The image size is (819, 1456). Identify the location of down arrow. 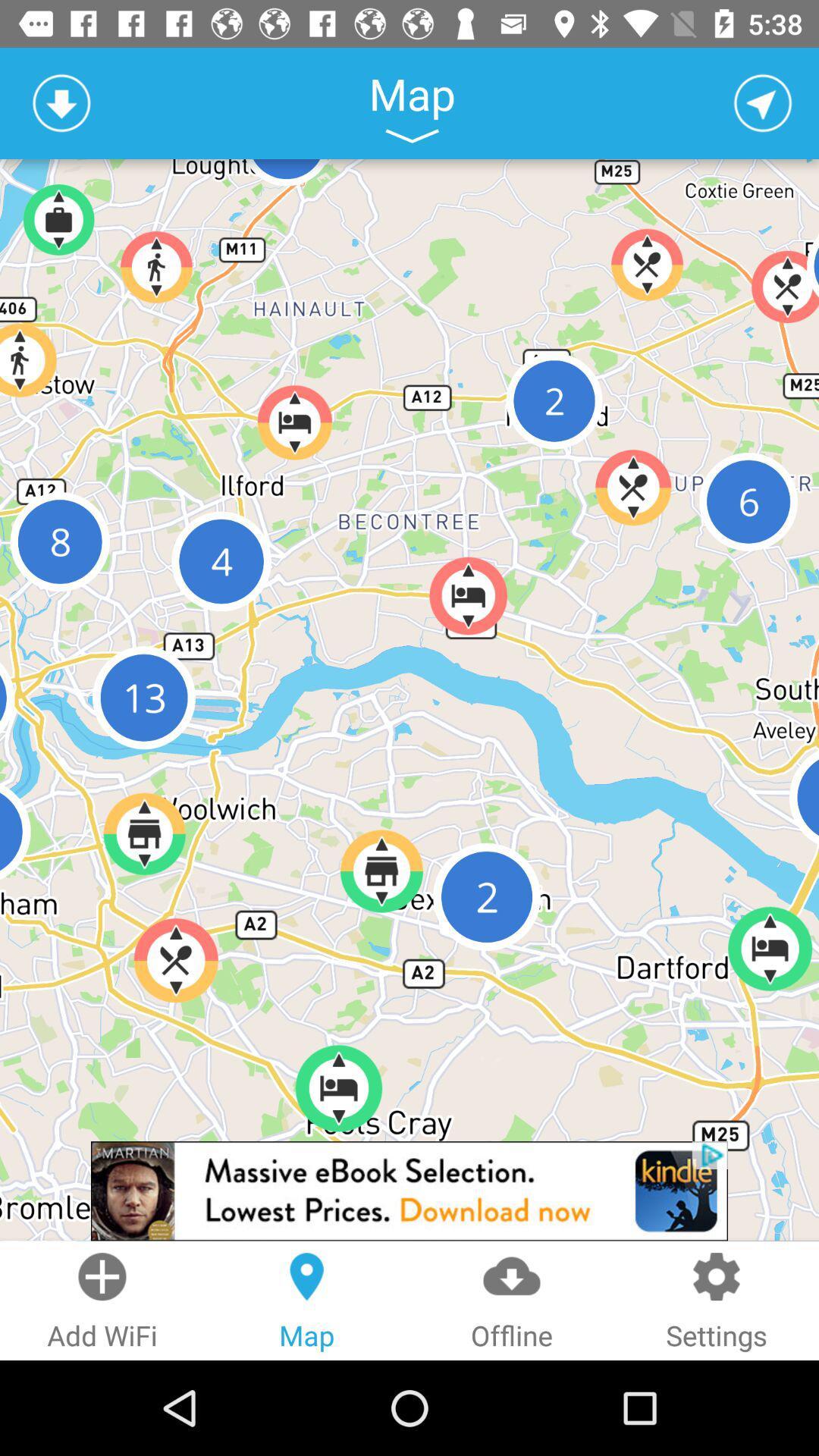
(61, 102).